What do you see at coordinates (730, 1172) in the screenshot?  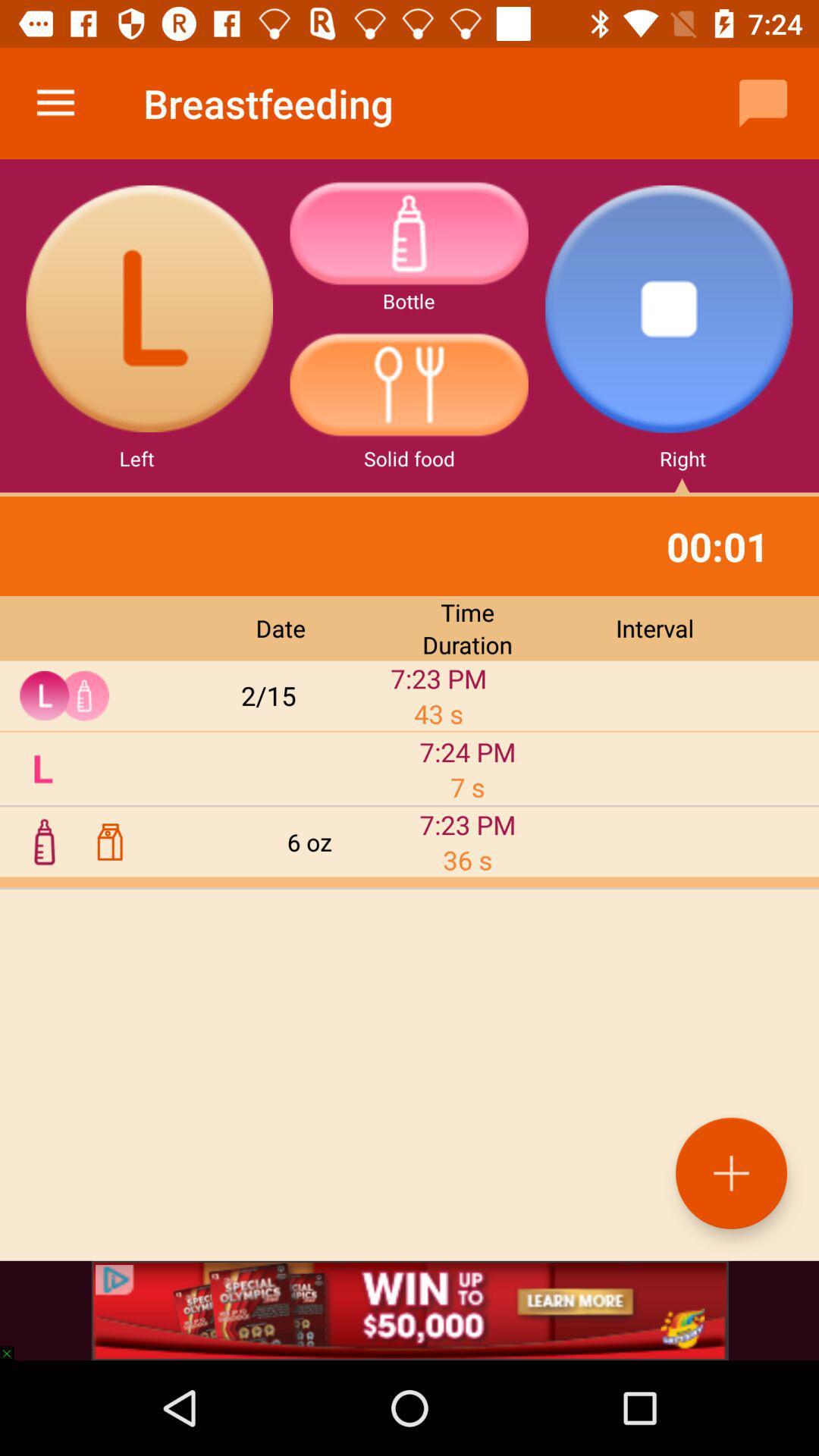 I see `the item at the bottom right corner` at bounding box center [730, 1172].